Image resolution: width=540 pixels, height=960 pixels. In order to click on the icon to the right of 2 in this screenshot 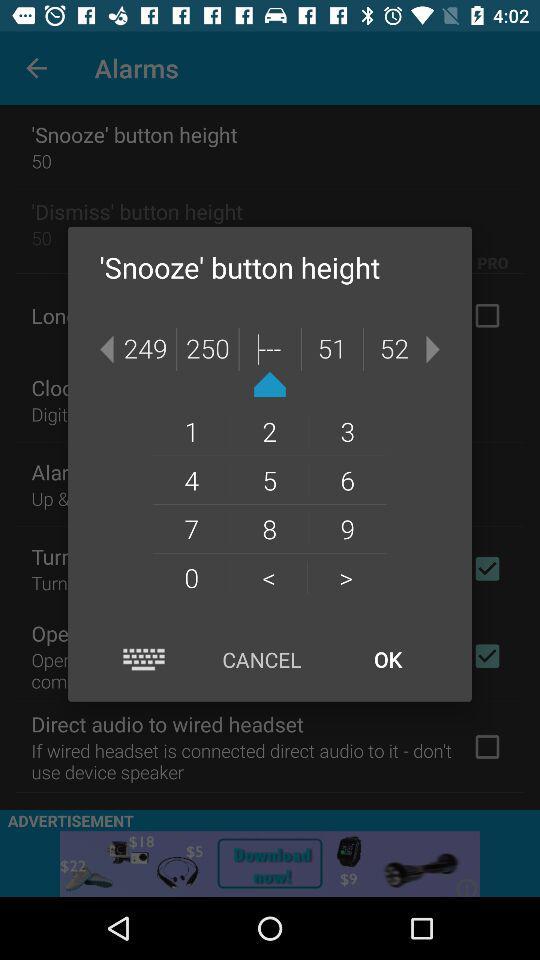, I will do `click(346, 431)`.